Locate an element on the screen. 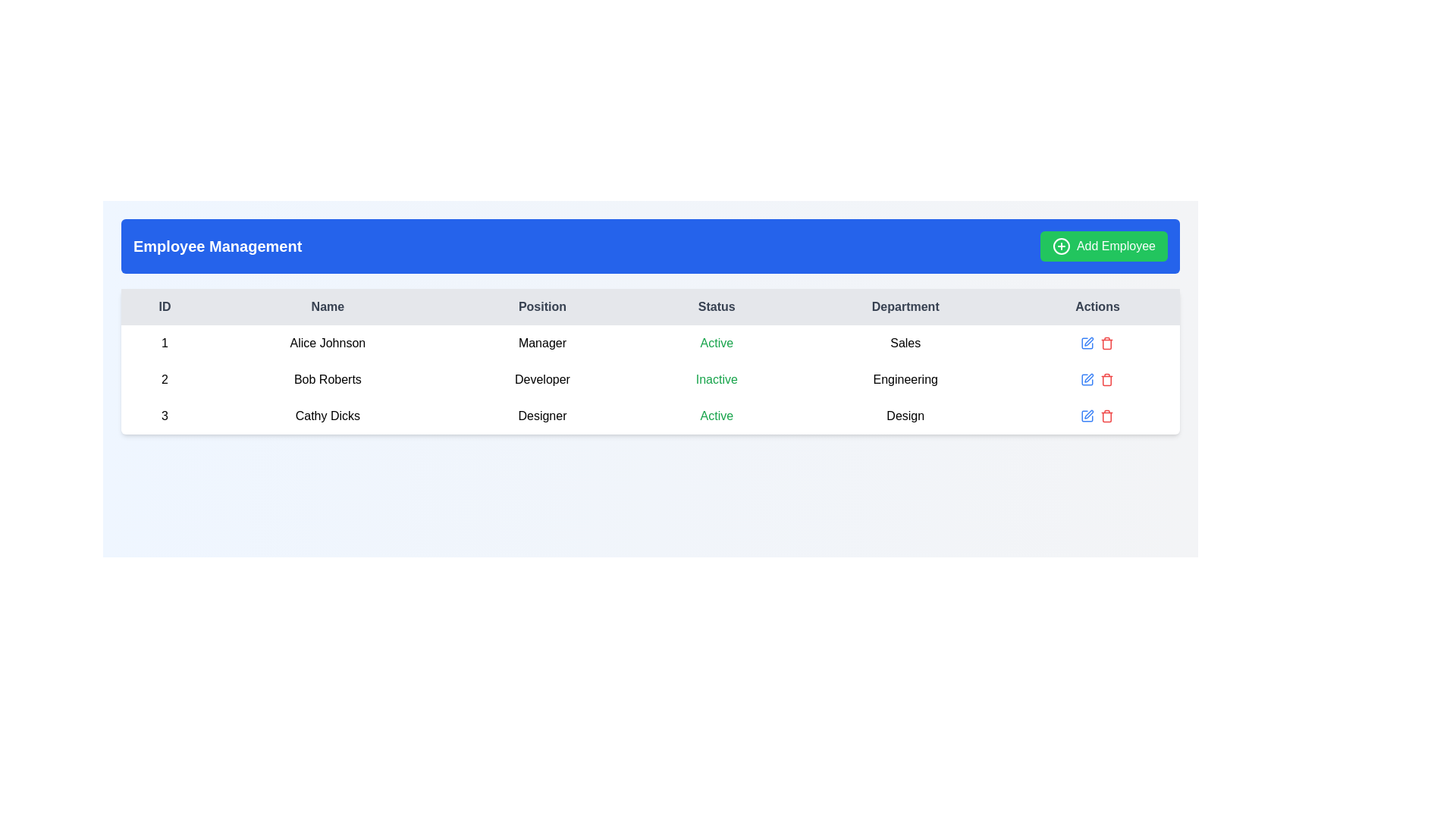 This screenshot has height=819, width=1456. the name label in the first row under the 'Name' header of the table, which represents an individual in the management system is located at coordinates (327, 343).